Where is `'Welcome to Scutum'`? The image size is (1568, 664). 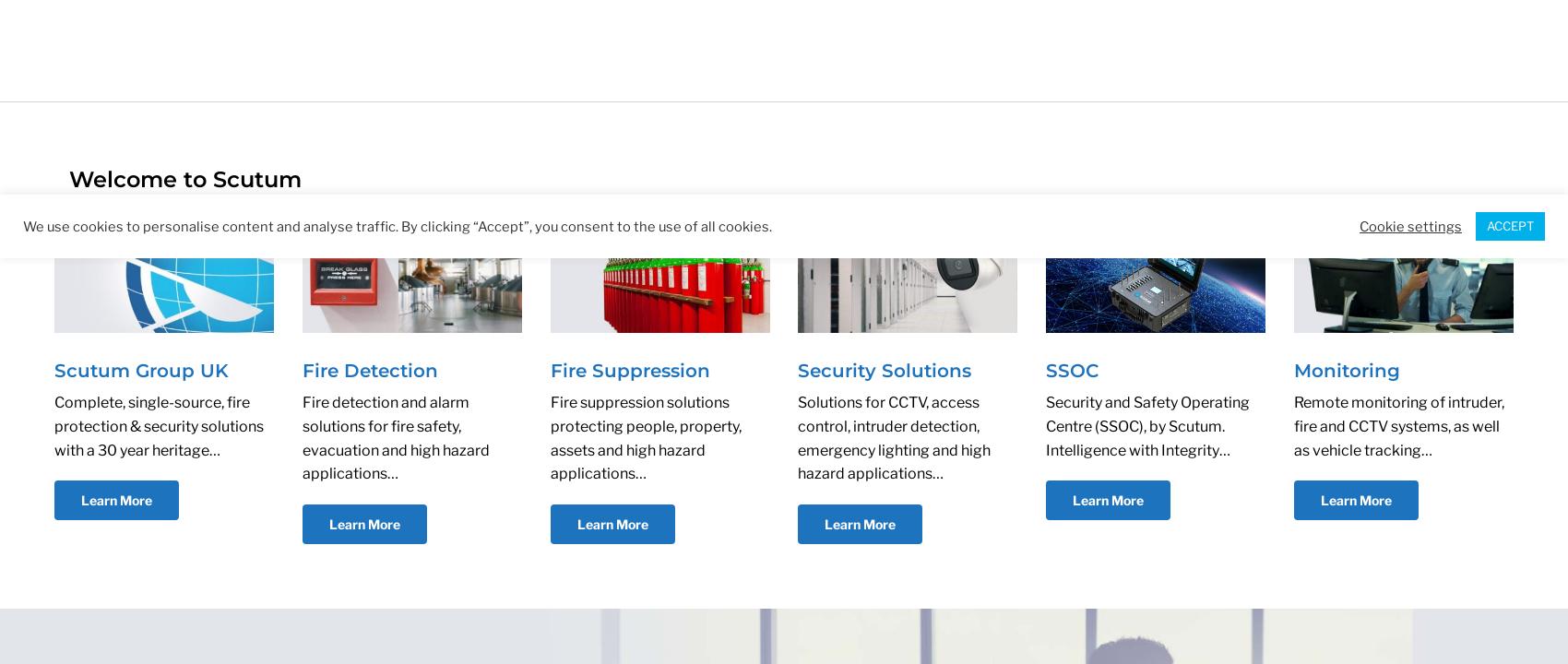
'Welcome to Scutum' is located at coordinates (183, 179).